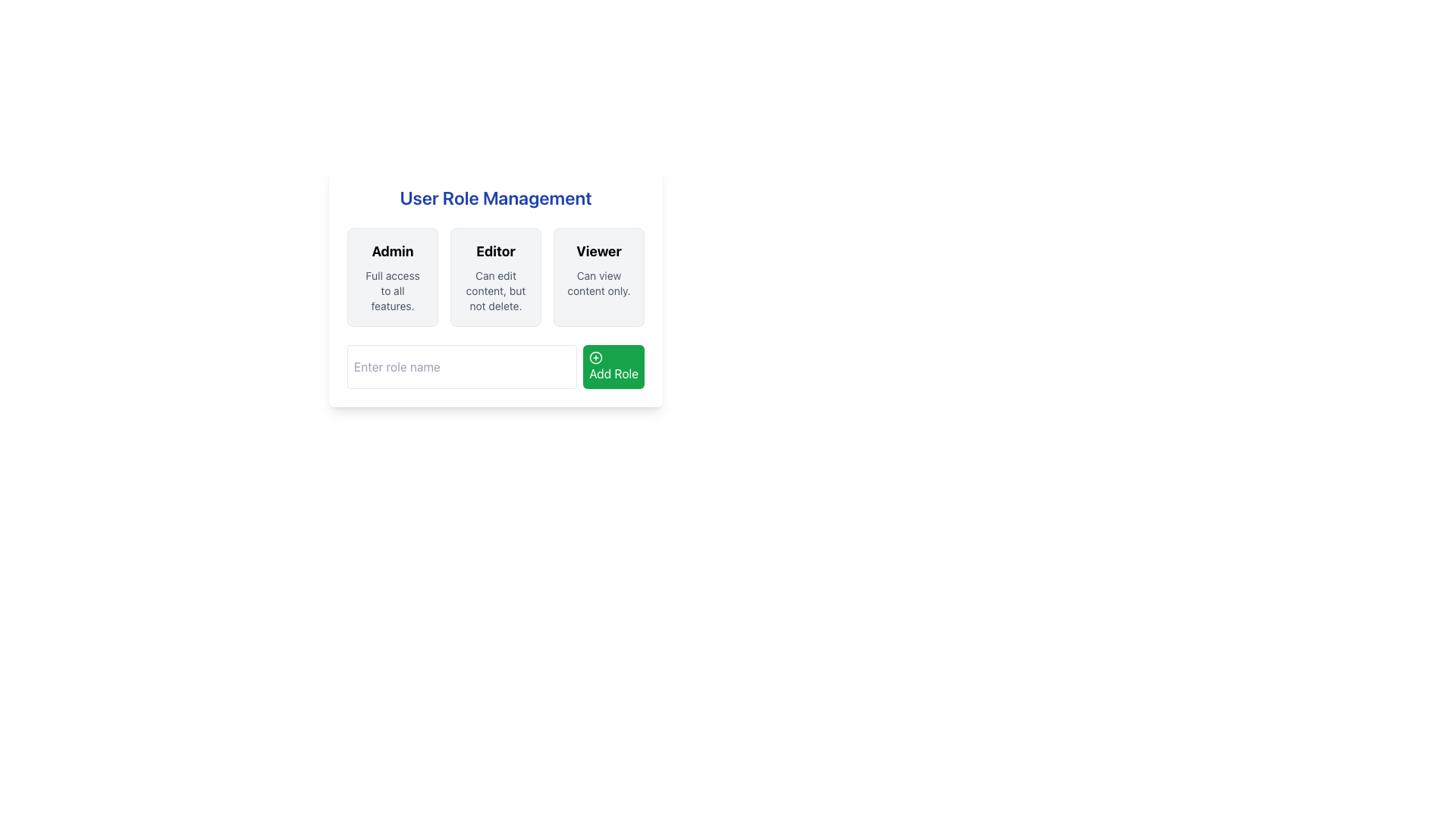  I want to click on the informational Text label that describes the capabilities of the 'Admin' role, located below the heading 'Admin' in the leftmost card of the 'User Role Management' section, so click(393, 291).